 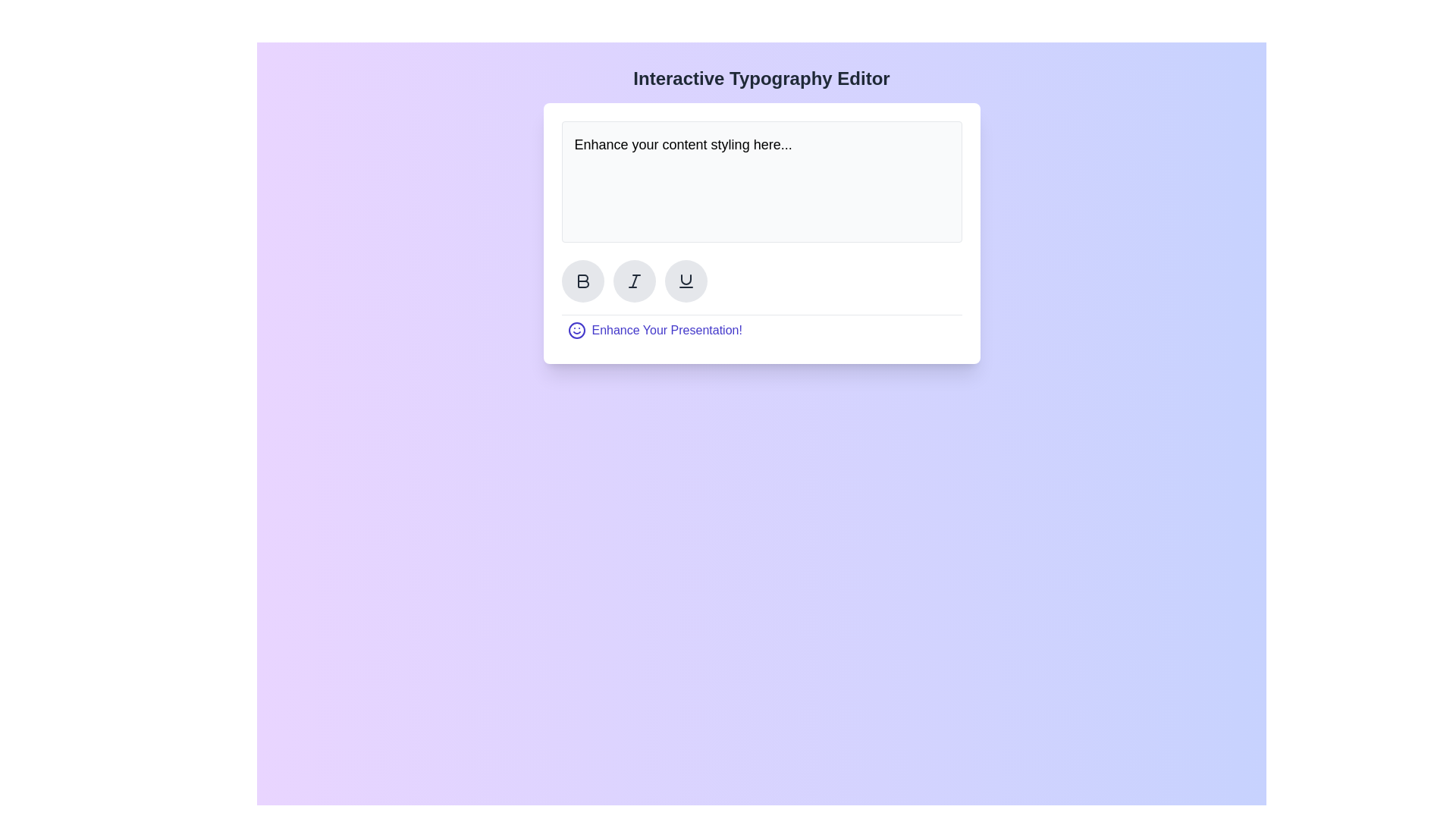 What do you see at coordinates (576, 329) in the screenshot?
I see `the cheerful mood icon located to the left of the text 'Enhance Your Presentation!' by moving the cursor over it` at bounding box center [576, 329].